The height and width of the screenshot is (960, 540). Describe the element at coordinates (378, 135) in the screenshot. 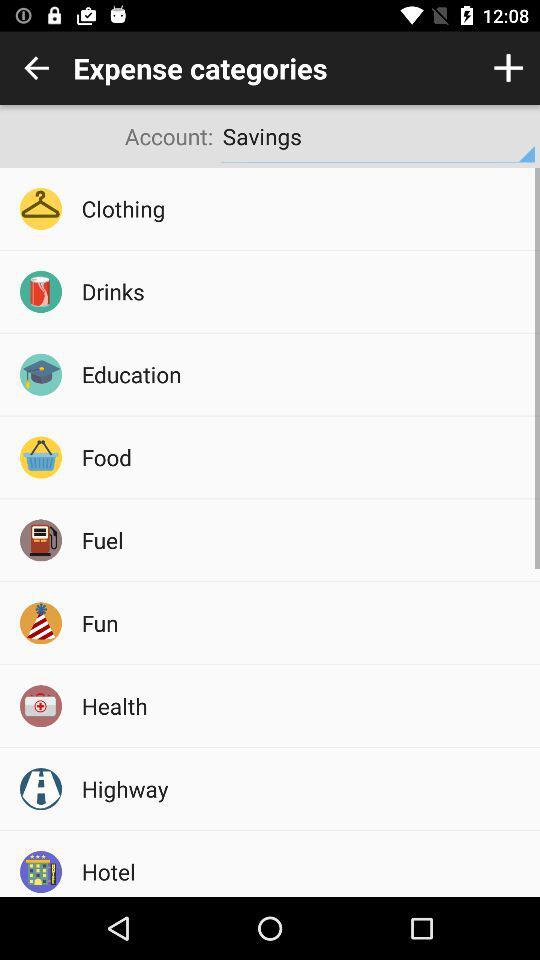

I see `the savings icon` at that location.